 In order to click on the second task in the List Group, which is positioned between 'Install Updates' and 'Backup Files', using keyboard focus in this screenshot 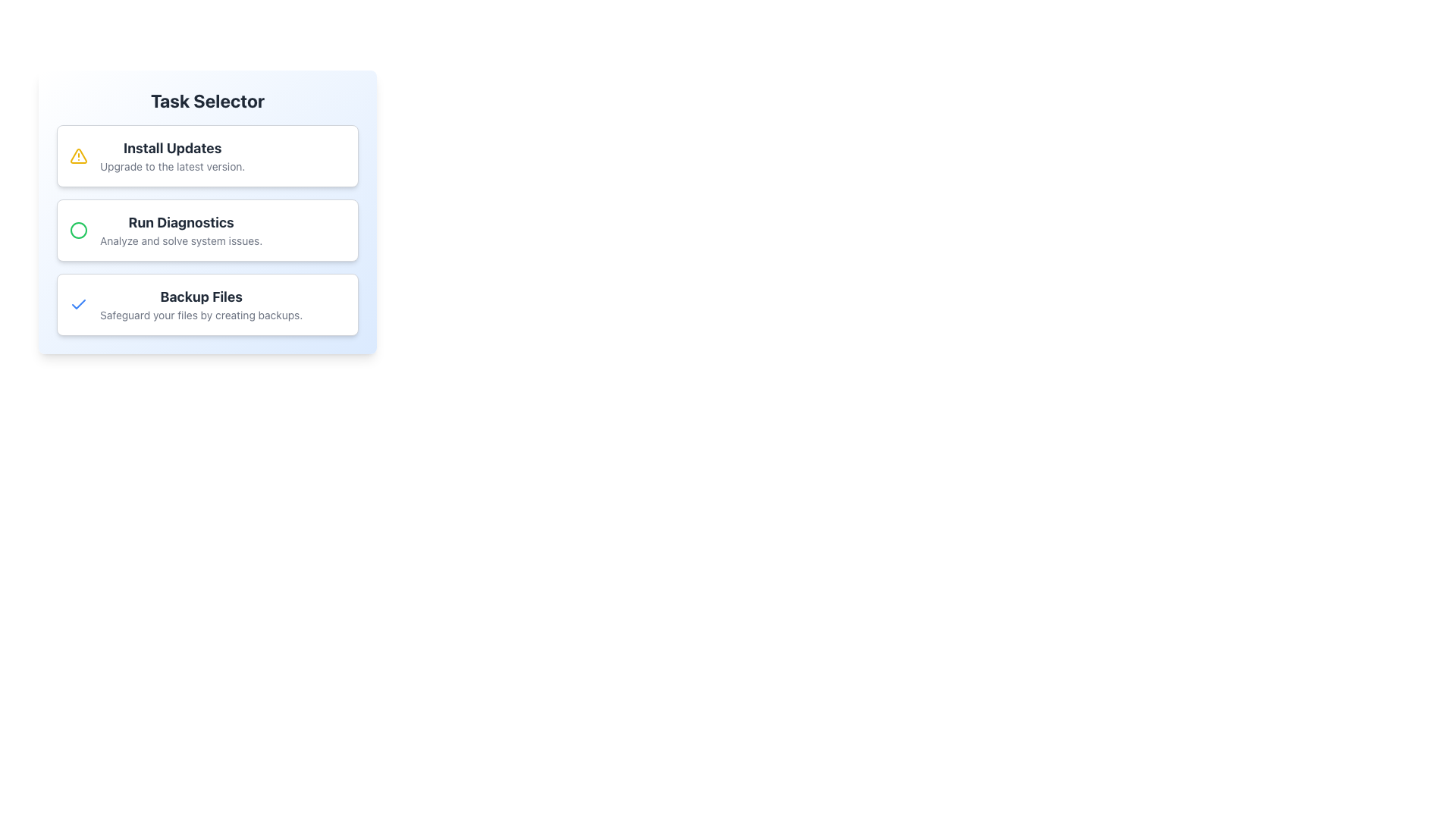, I will do `click(206, 231)`.